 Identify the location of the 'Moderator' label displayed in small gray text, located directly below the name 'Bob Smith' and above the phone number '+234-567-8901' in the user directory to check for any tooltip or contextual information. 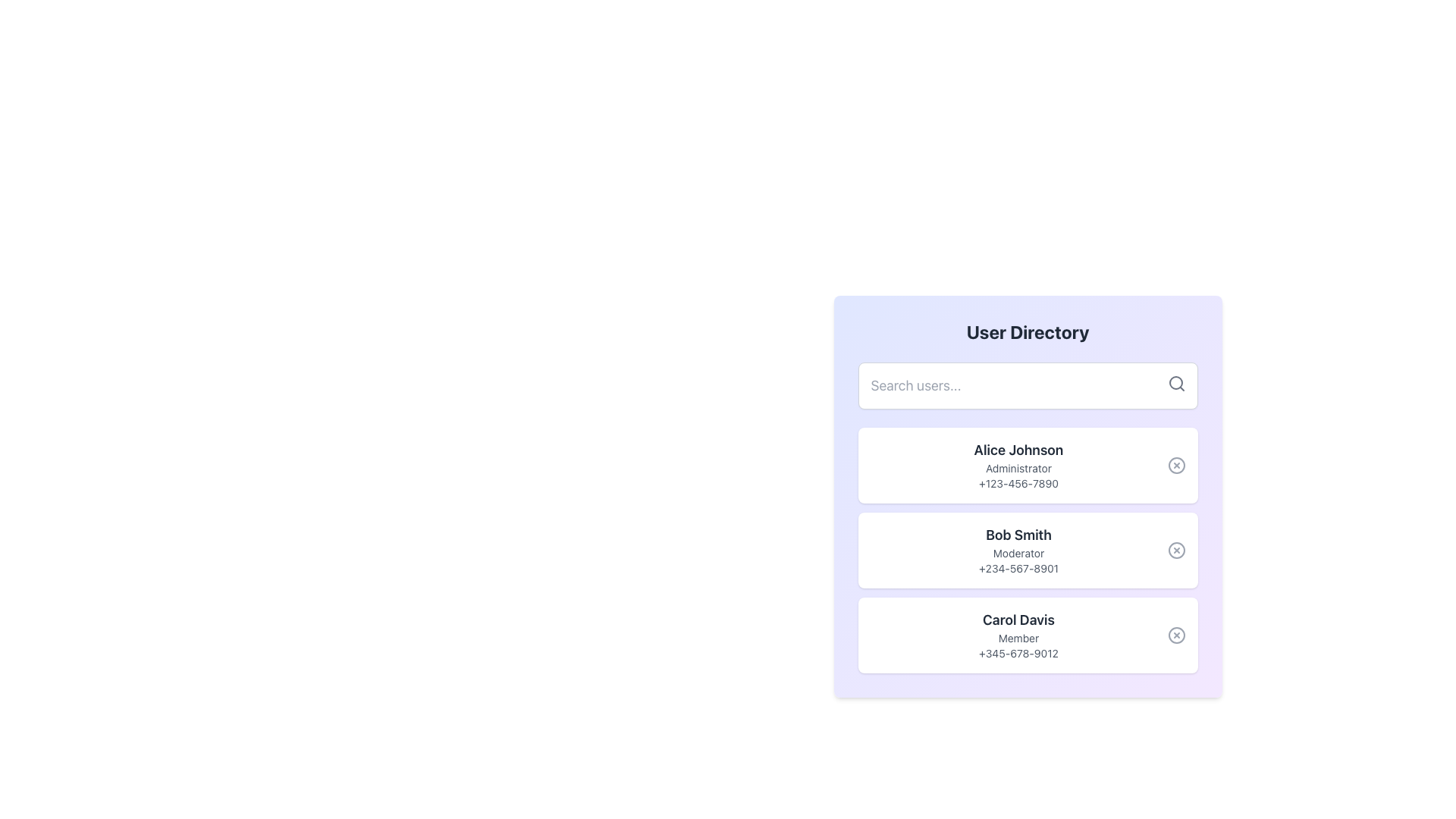
(1018, 553).